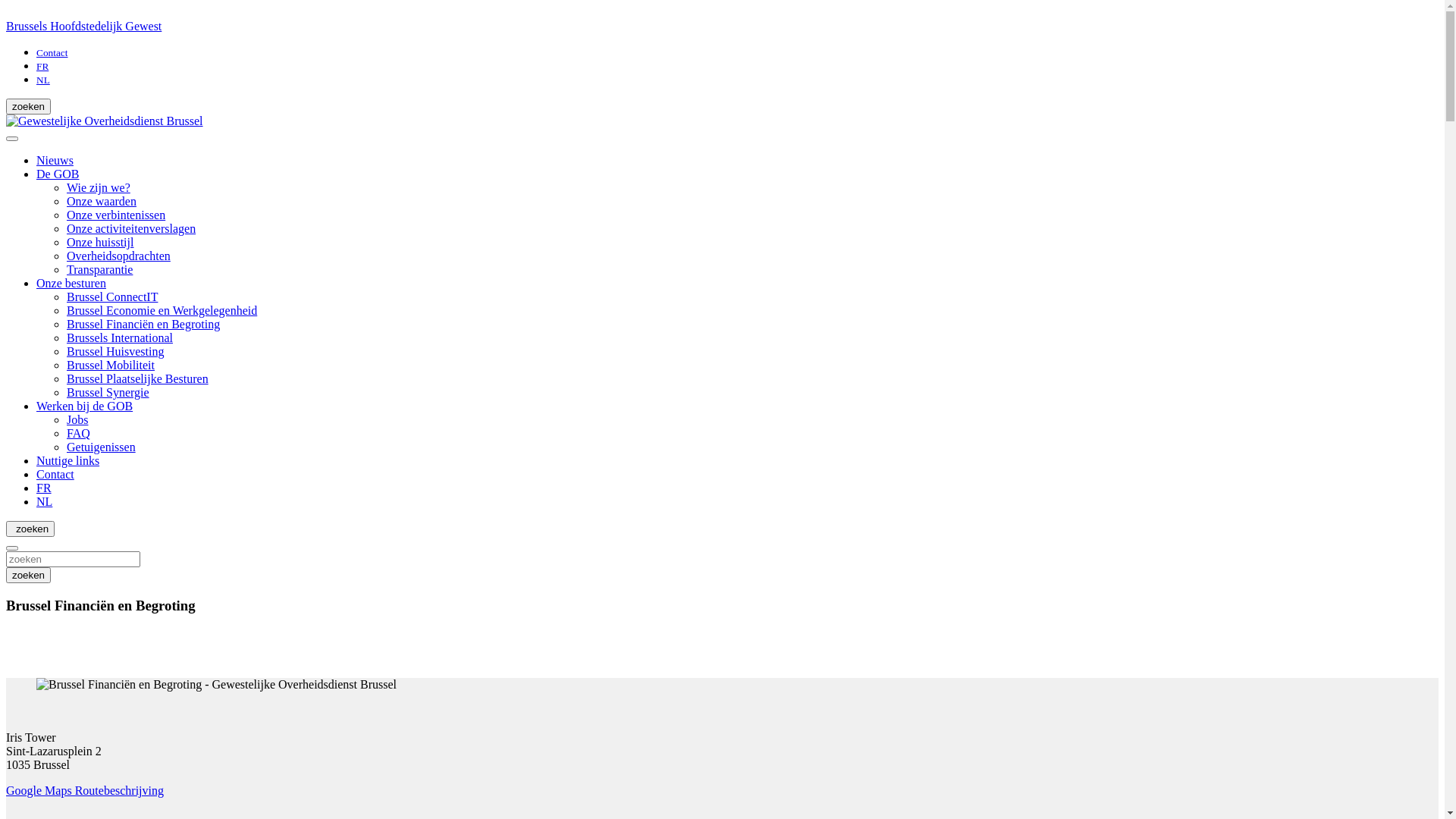 The height and width of the screenshot is (819, 1456). What do you see at coordinates (100, 446) in the screenshot?
I see `'Getuigenissen'` at bounding box center [100, 446].